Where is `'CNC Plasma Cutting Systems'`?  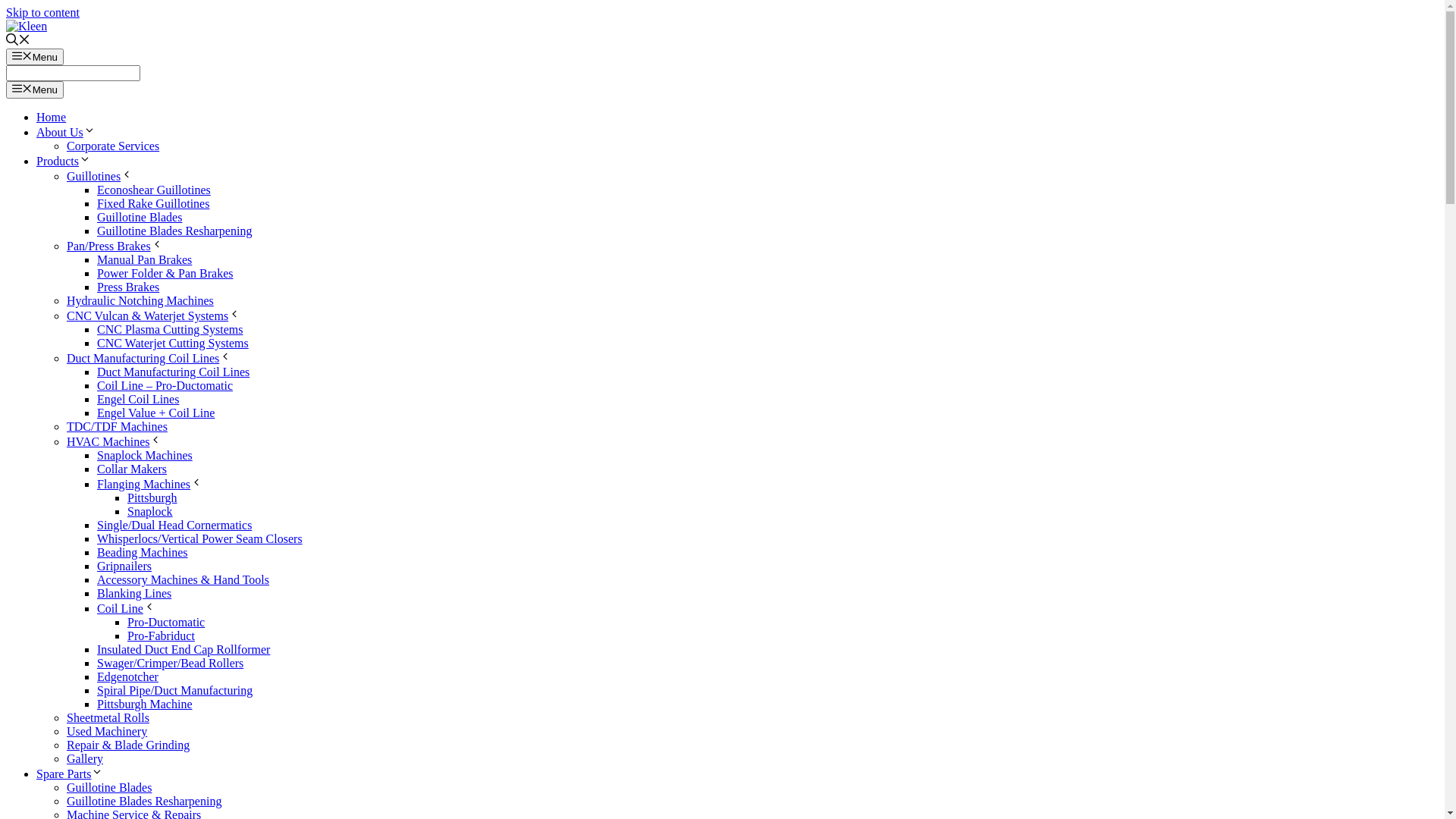 'CNC Plasma Cutting Systems' is located at coordinates (170, 328).